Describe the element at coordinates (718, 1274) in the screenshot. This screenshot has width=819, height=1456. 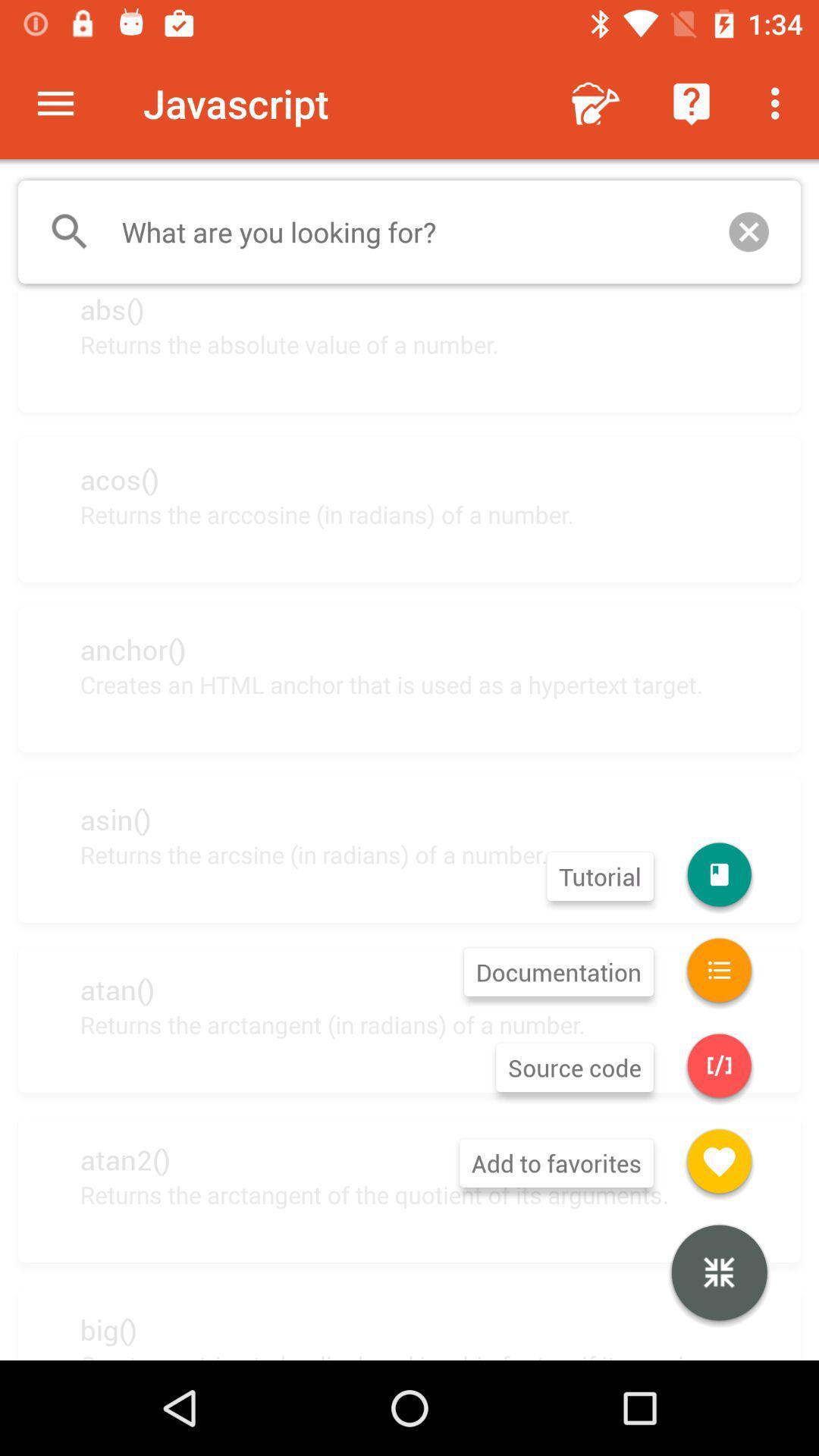
I see `item above the creates a string item` at that location.